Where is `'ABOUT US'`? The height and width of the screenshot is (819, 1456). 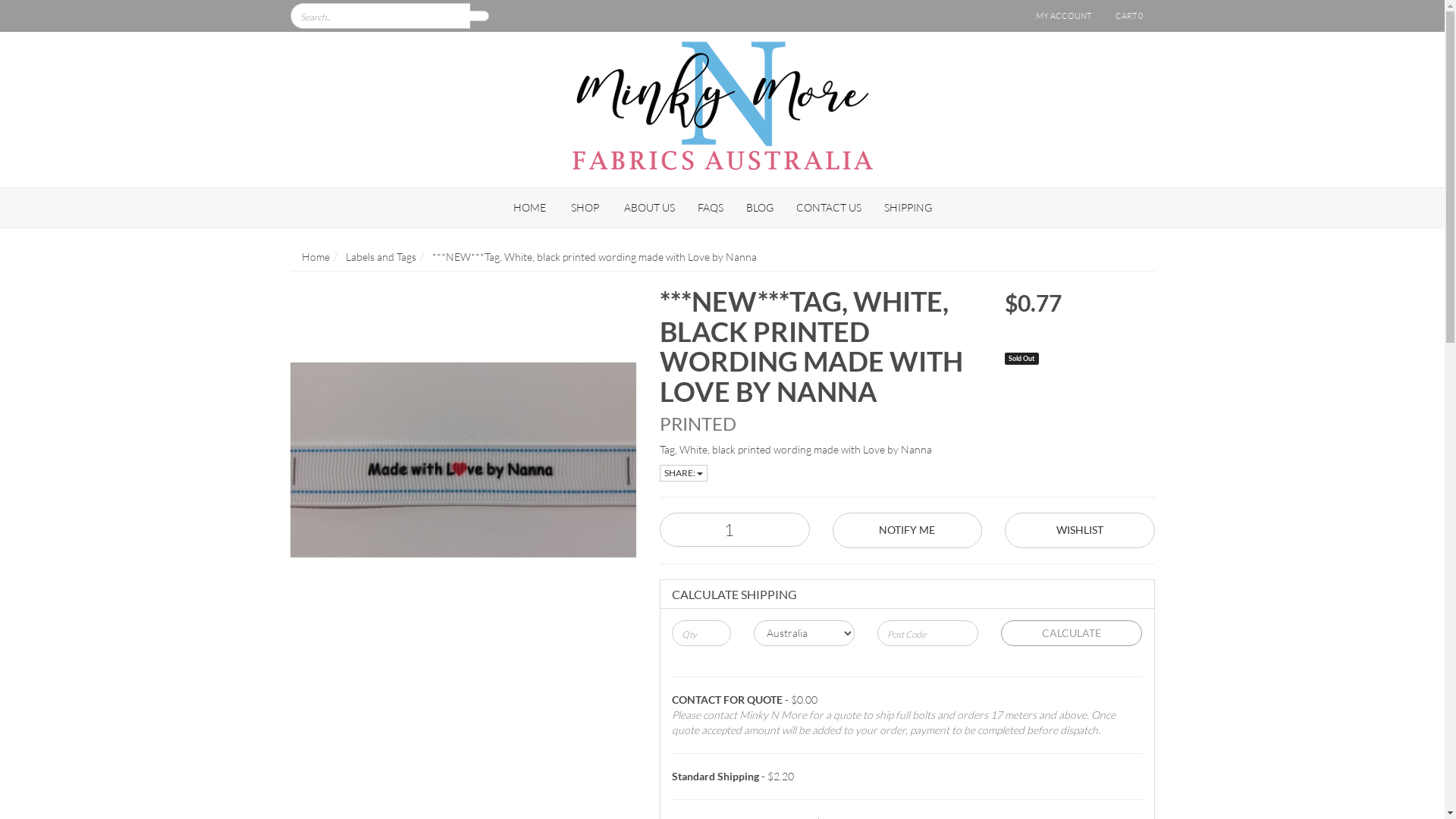
'ABOUT US' is located at coordinates (649, 207).